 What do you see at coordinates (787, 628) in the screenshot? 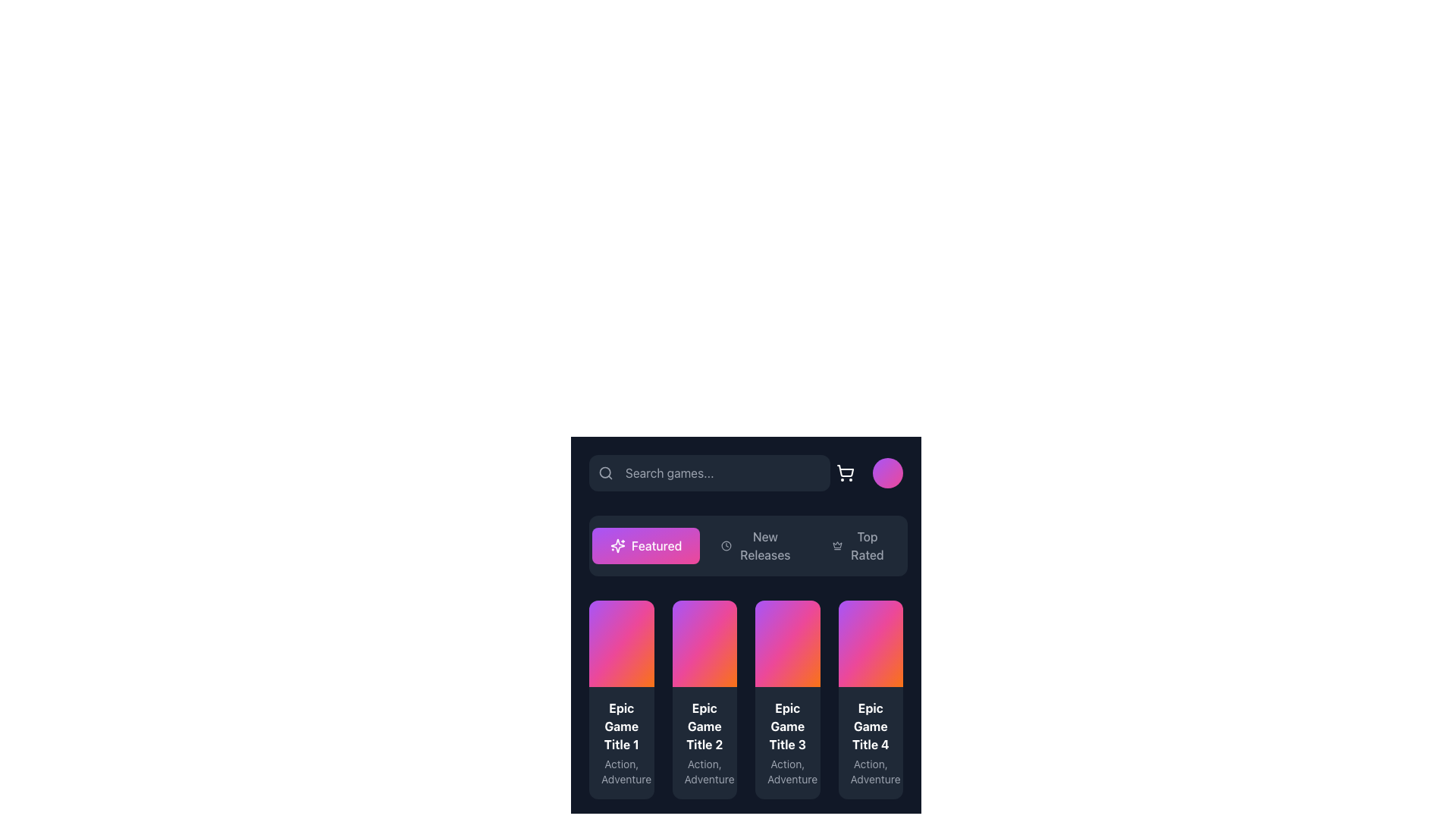
I see `the rating value displayed in the Rating component showing '4.8' alongside a yellow star icon located in the top-right portion of the card for 'Epic Game Title 3'` at bounding box center [787, 628].